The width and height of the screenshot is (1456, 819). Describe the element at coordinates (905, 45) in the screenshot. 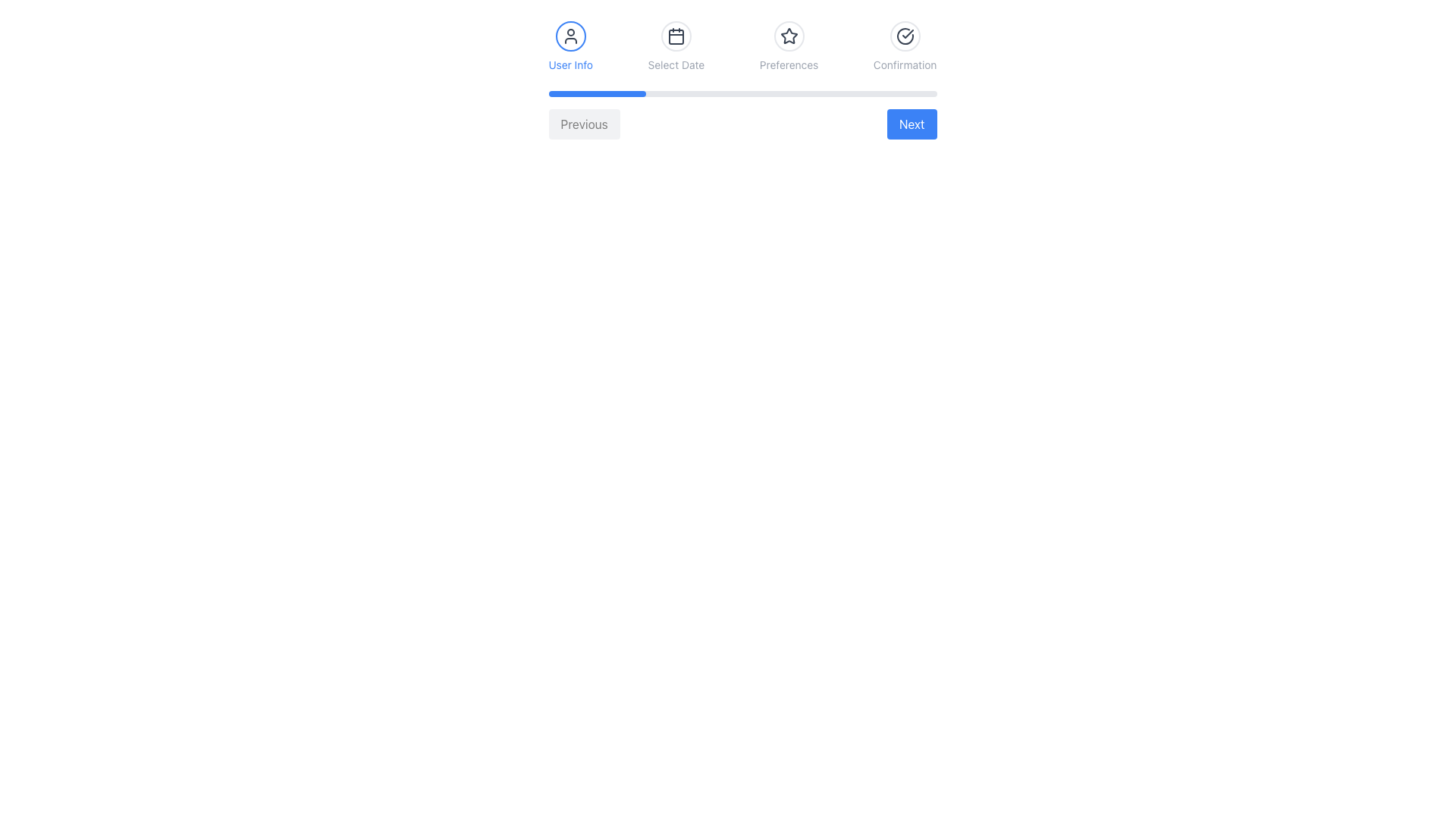

I see `label of the 'Confirmation' step indicator, which is the fourth item in the horizontal sequence at the top of the interface` at that location.